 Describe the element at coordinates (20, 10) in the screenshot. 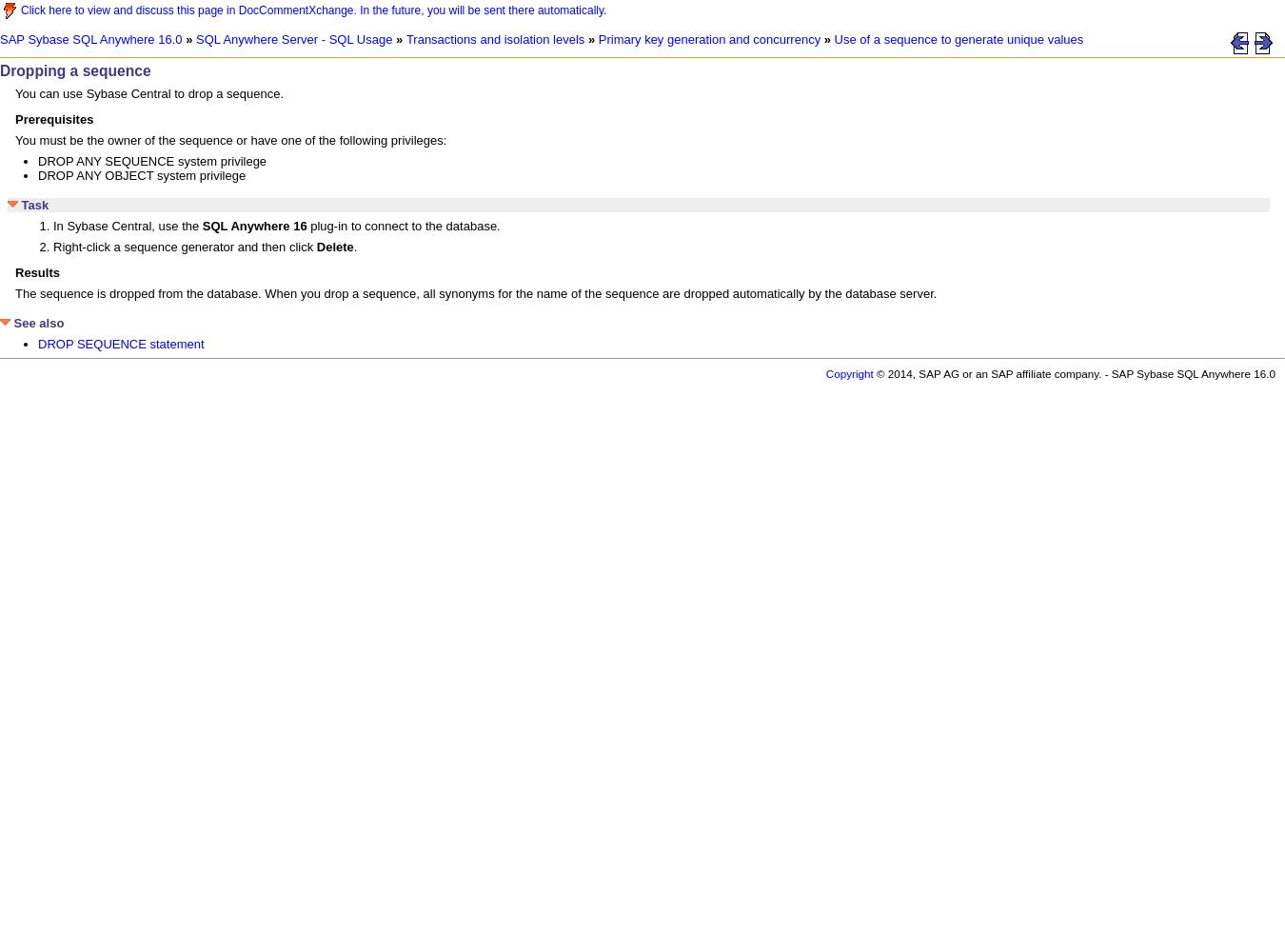

I see `'Click here to view and discuss this page in DocCommentXchange. In the future, you will be sent there automatically.'` at that location.